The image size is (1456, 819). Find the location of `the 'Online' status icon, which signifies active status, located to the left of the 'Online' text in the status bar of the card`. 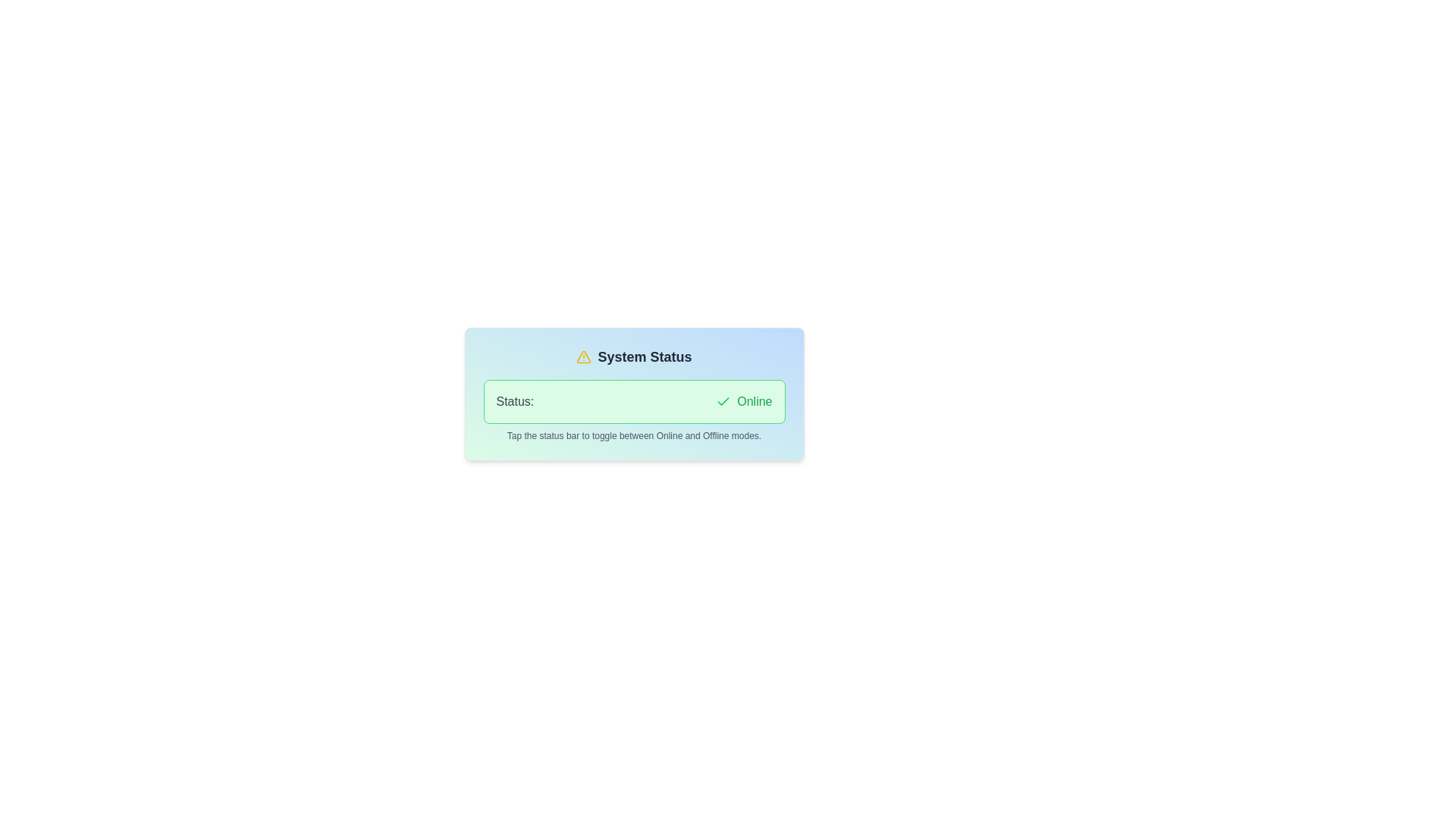

the 'Online' status icon, which signifies active status, located to the left of the 'Online' text in the status bar of the card is located at coordinates (723, 400).